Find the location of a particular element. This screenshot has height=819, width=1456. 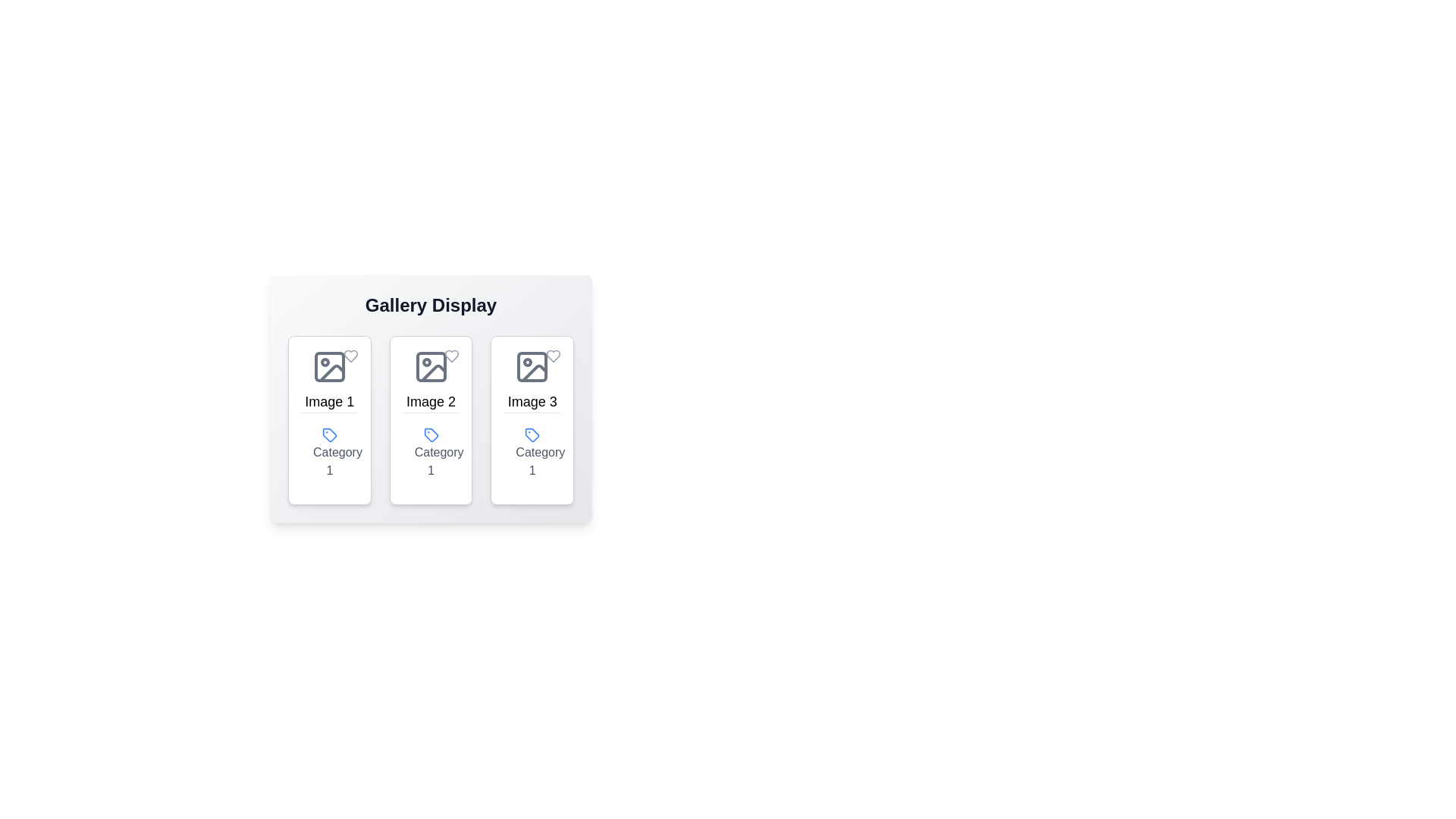

the gray rounded square icon background inside the first graphical card titled 'Image 1' in the gallery is located at coordinates (328, 366).